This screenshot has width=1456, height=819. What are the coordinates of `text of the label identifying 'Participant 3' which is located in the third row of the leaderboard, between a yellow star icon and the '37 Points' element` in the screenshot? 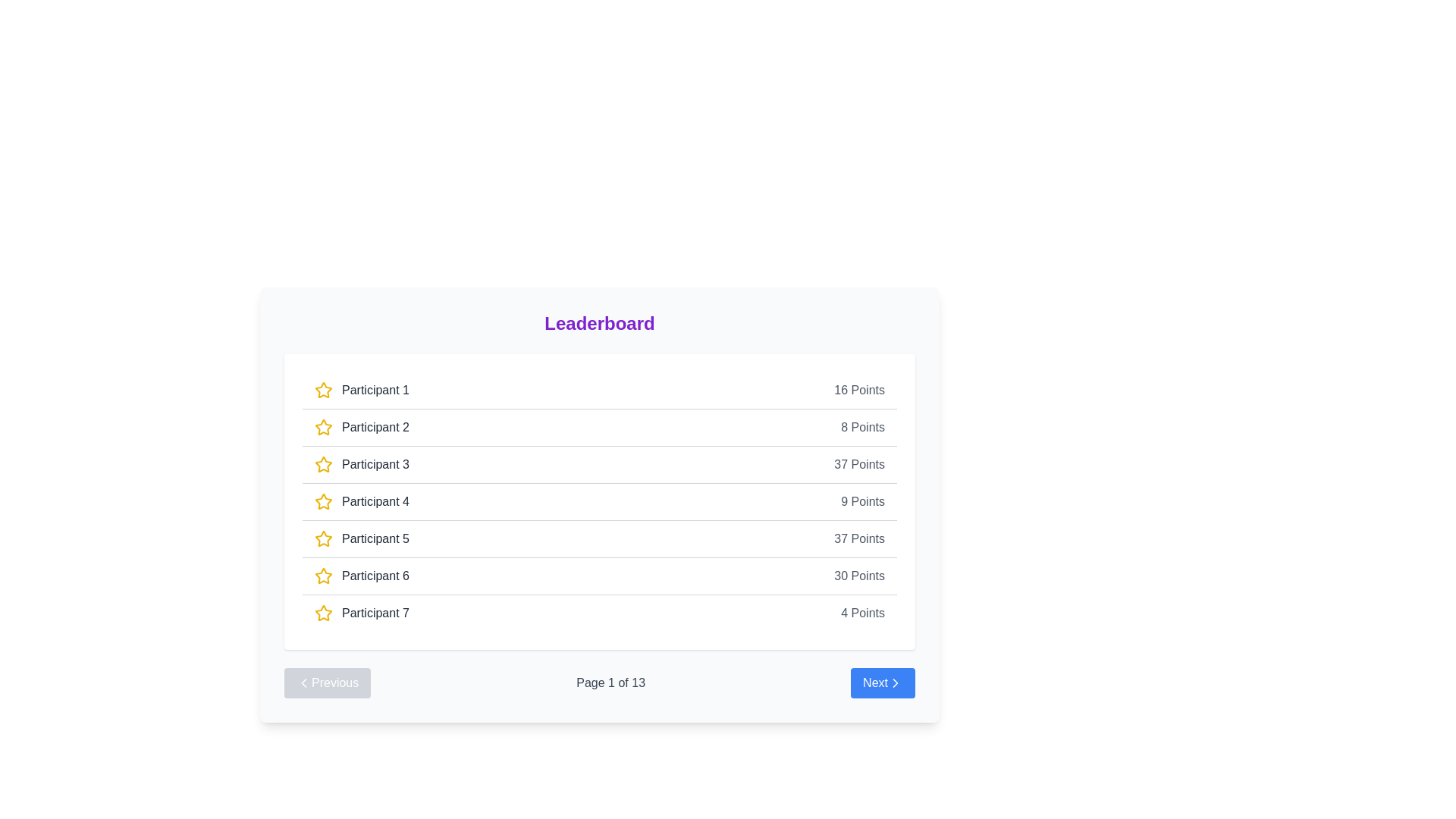 It's located at (361, 464).